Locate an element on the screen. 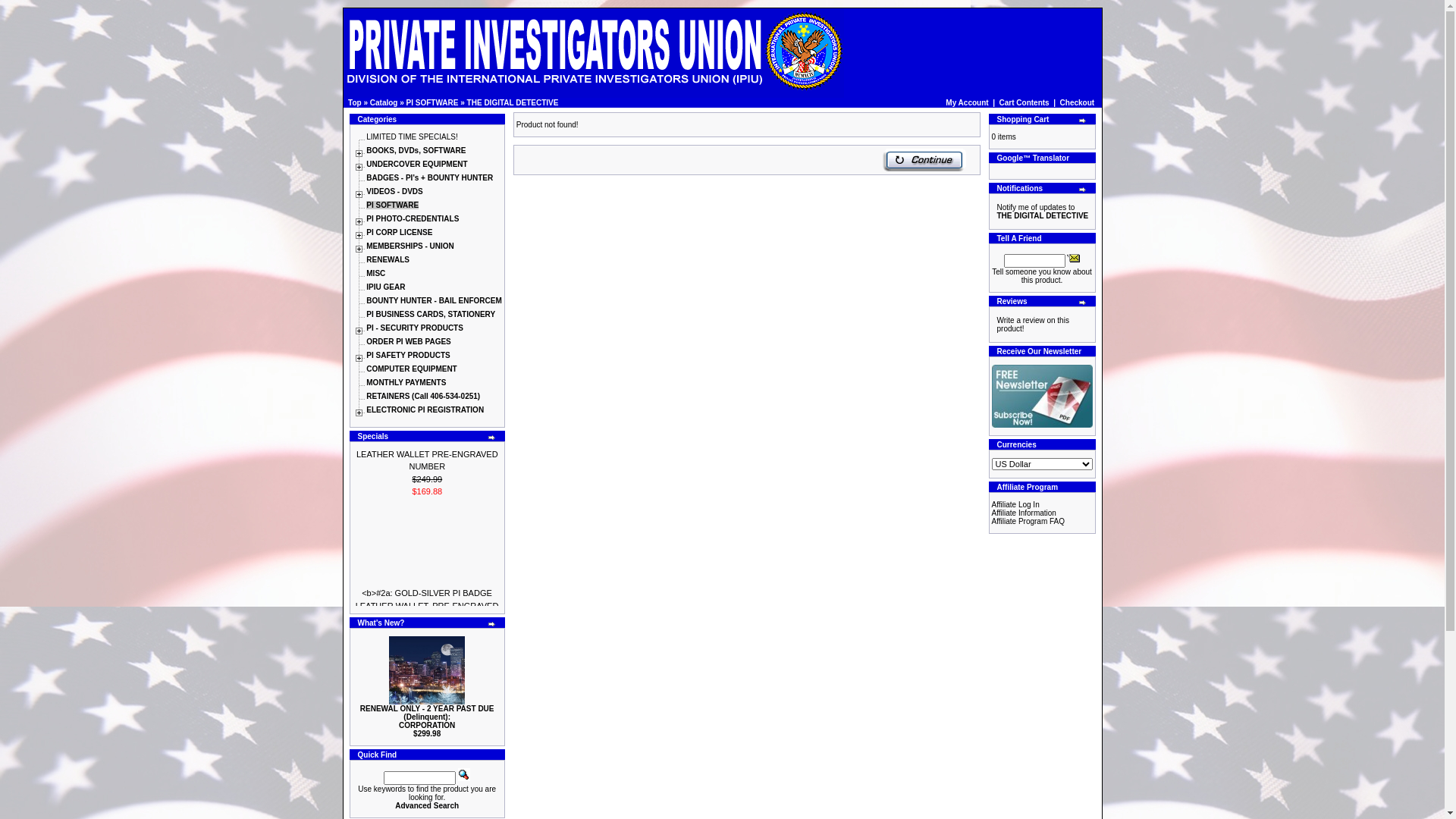  'ORDER PI WEB PAGES' is located at coordinates (408, 341).